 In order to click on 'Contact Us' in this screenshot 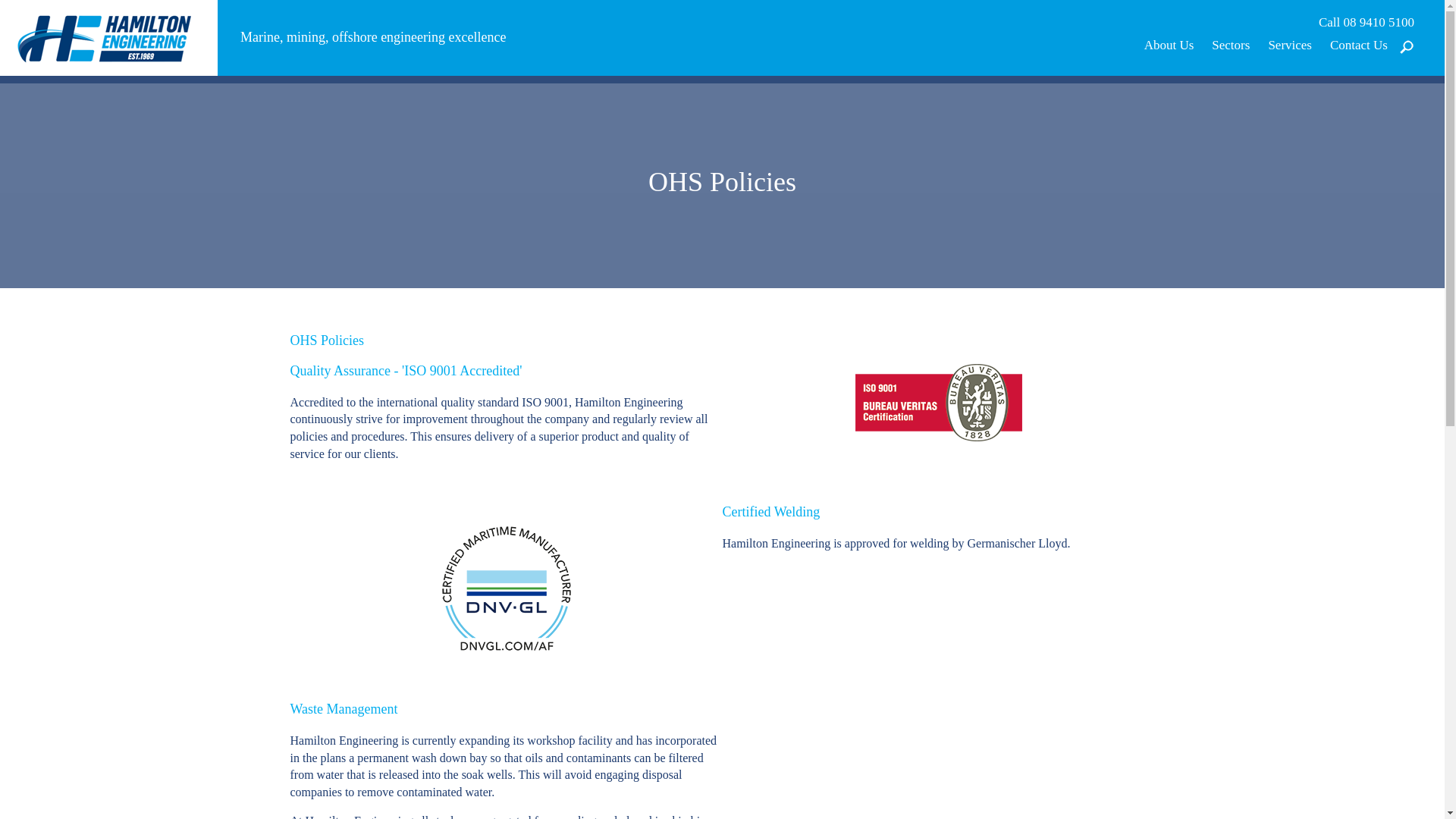, I will do `click(1358, 44)`.